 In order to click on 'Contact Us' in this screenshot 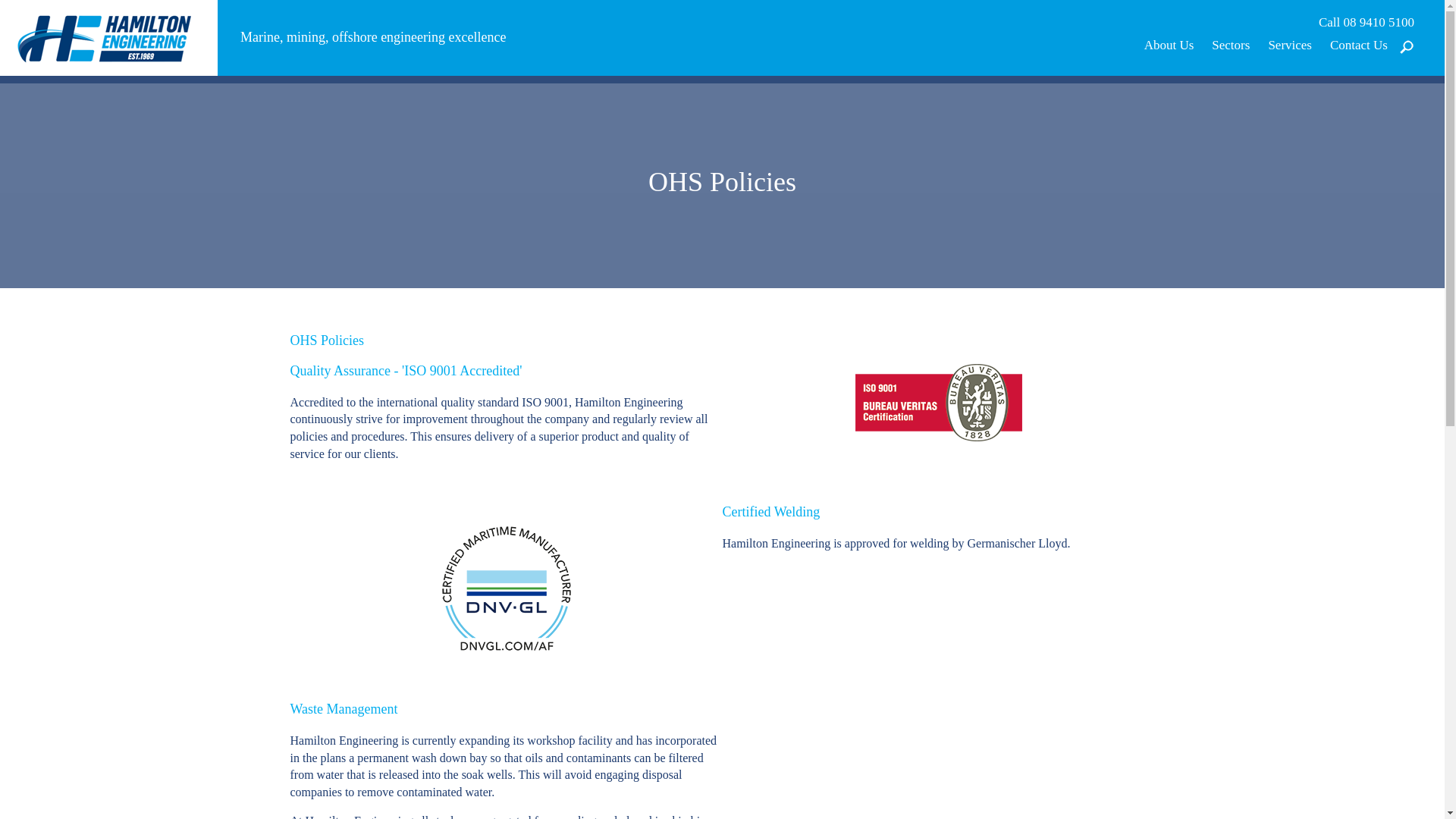, I will do `click(1358, 44)`.